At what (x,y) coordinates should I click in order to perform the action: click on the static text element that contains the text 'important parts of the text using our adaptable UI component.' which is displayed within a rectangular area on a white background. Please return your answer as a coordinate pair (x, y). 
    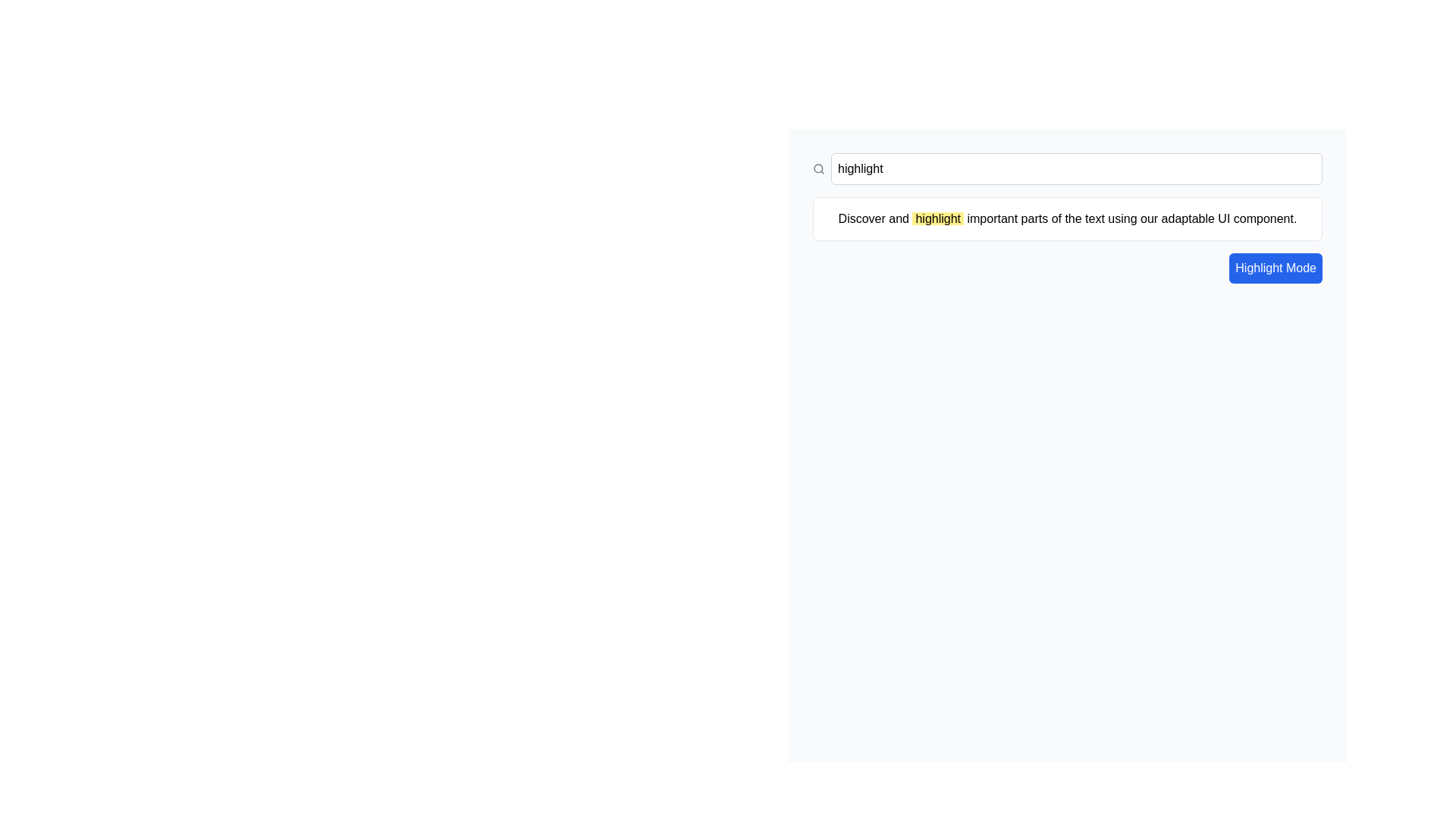
    Looking at the image, I should click on (1130, 218).